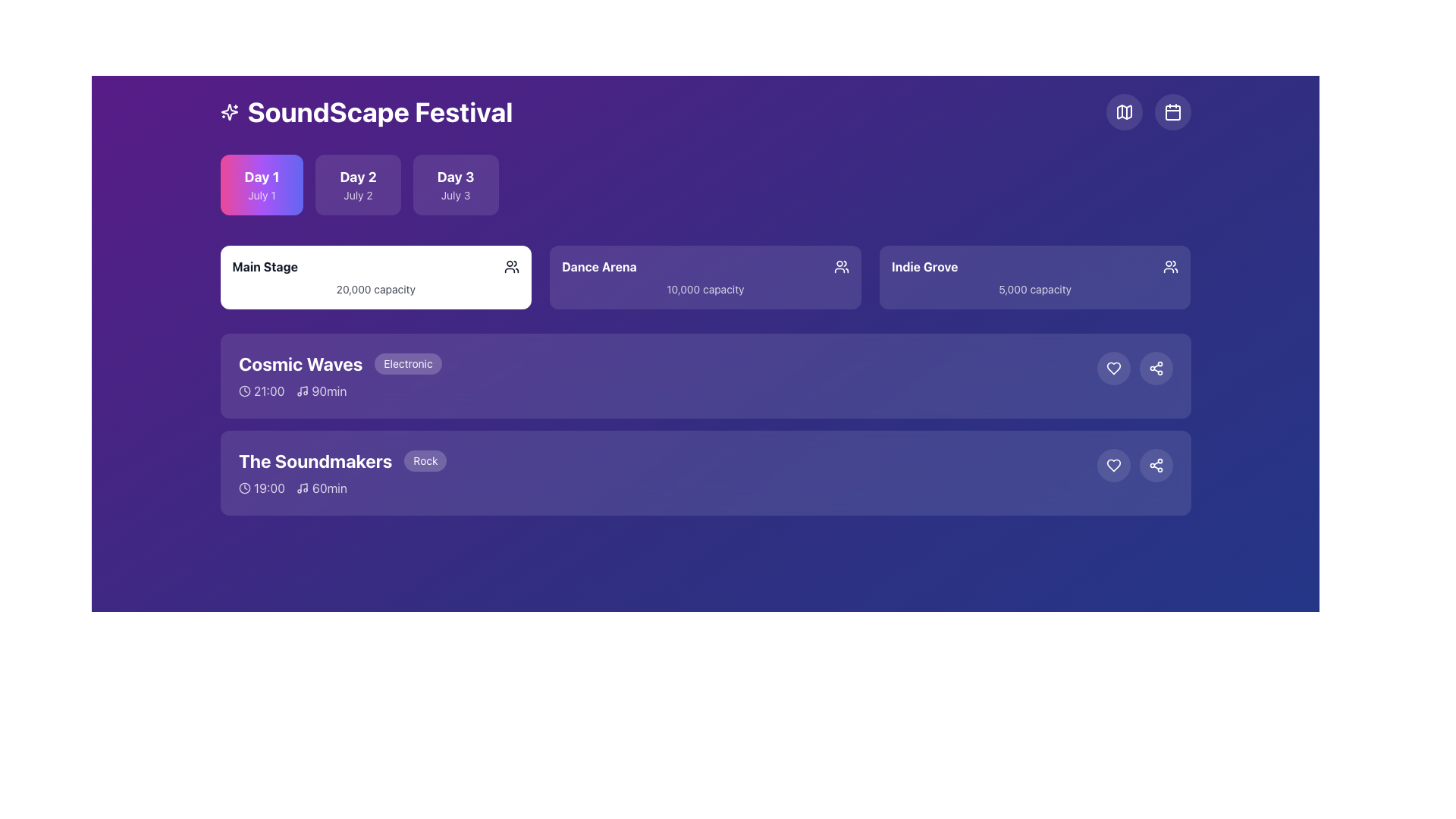 This screenshot has width=1456, height=819. I want to click on bold text label displaying 'Day 1', which is centrally aligned in the upper-left section of the interface against a gradient background, so click(262, 177).